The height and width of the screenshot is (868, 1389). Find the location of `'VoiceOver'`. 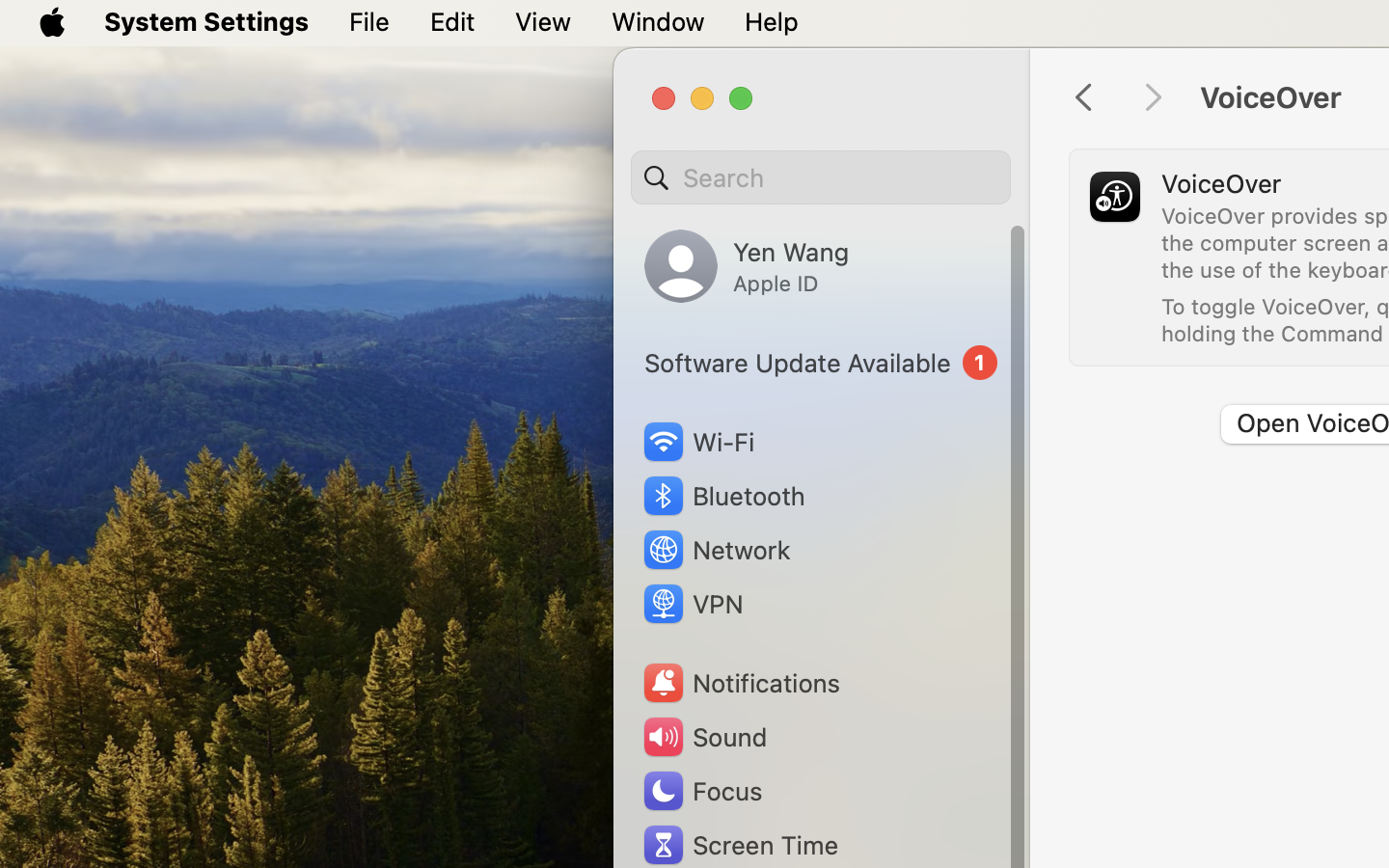

'VoiceOver' is located at coordinates (1221, 182).